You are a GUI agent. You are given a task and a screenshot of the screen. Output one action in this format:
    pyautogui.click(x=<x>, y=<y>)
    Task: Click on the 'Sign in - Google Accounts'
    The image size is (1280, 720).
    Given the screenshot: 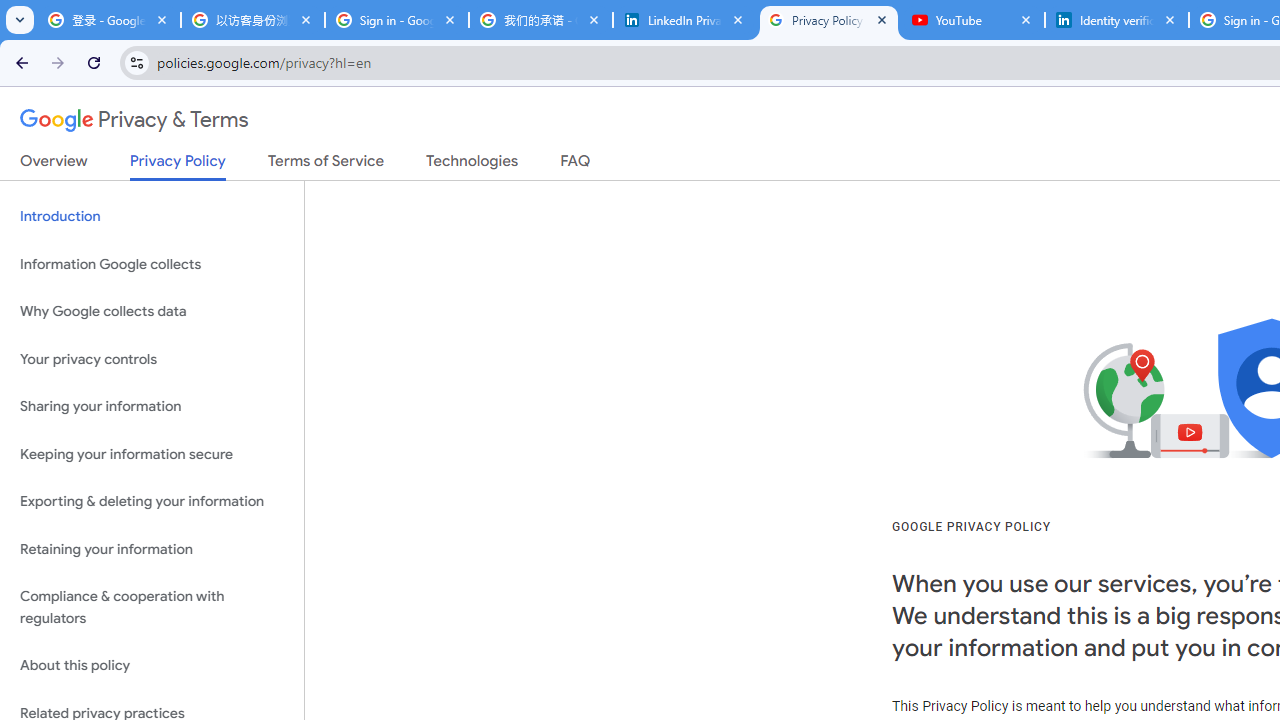 What is the action you would take?
    pyautogui.click(x=396, y=20)
    